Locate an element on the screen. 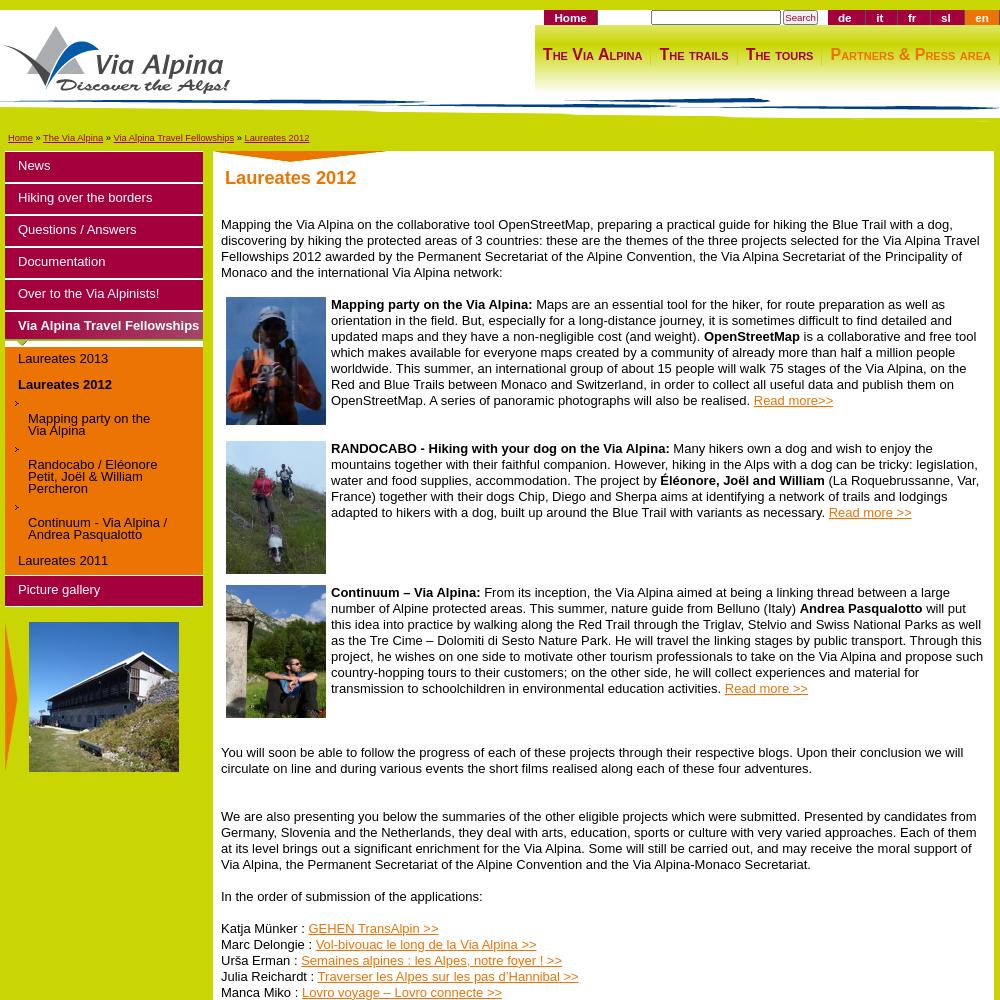 The height and width of the screenshot is (1000, 1000). 'Over to the Via Alpinists!' is located at coordinates (87, 293).